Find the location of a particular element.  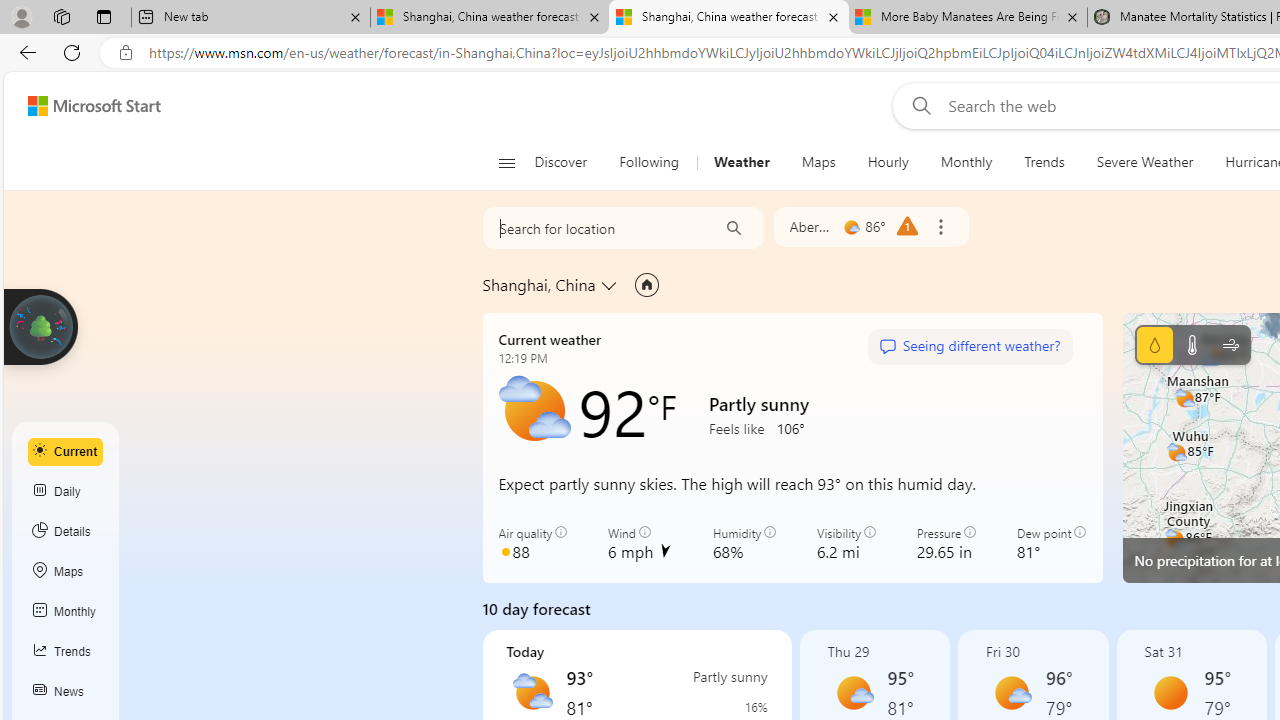

'Web search' is located at coordinates (916, 105).